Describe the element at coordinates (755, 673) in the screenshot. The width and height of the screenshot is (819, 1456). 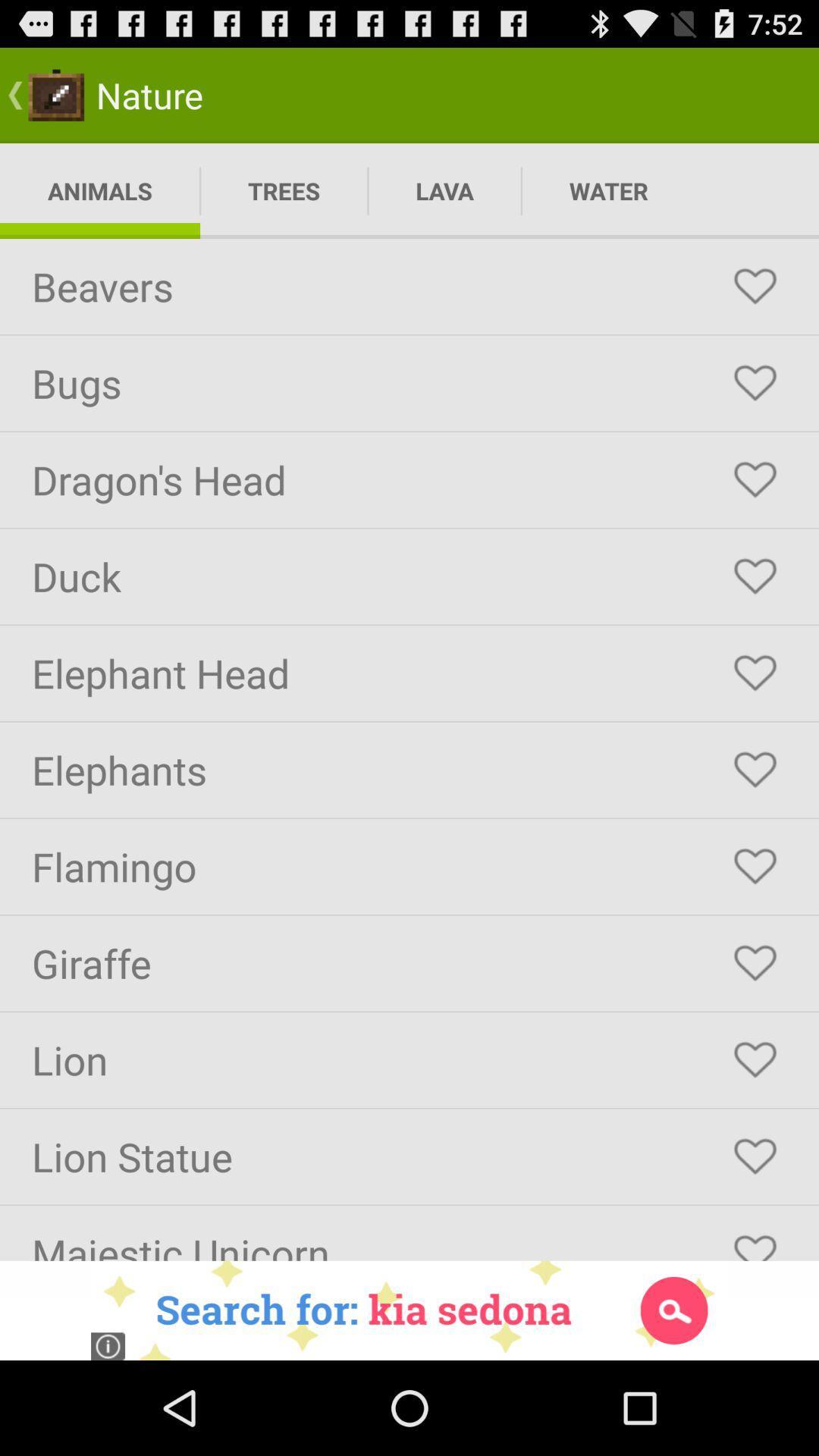
I see `like` at that location.